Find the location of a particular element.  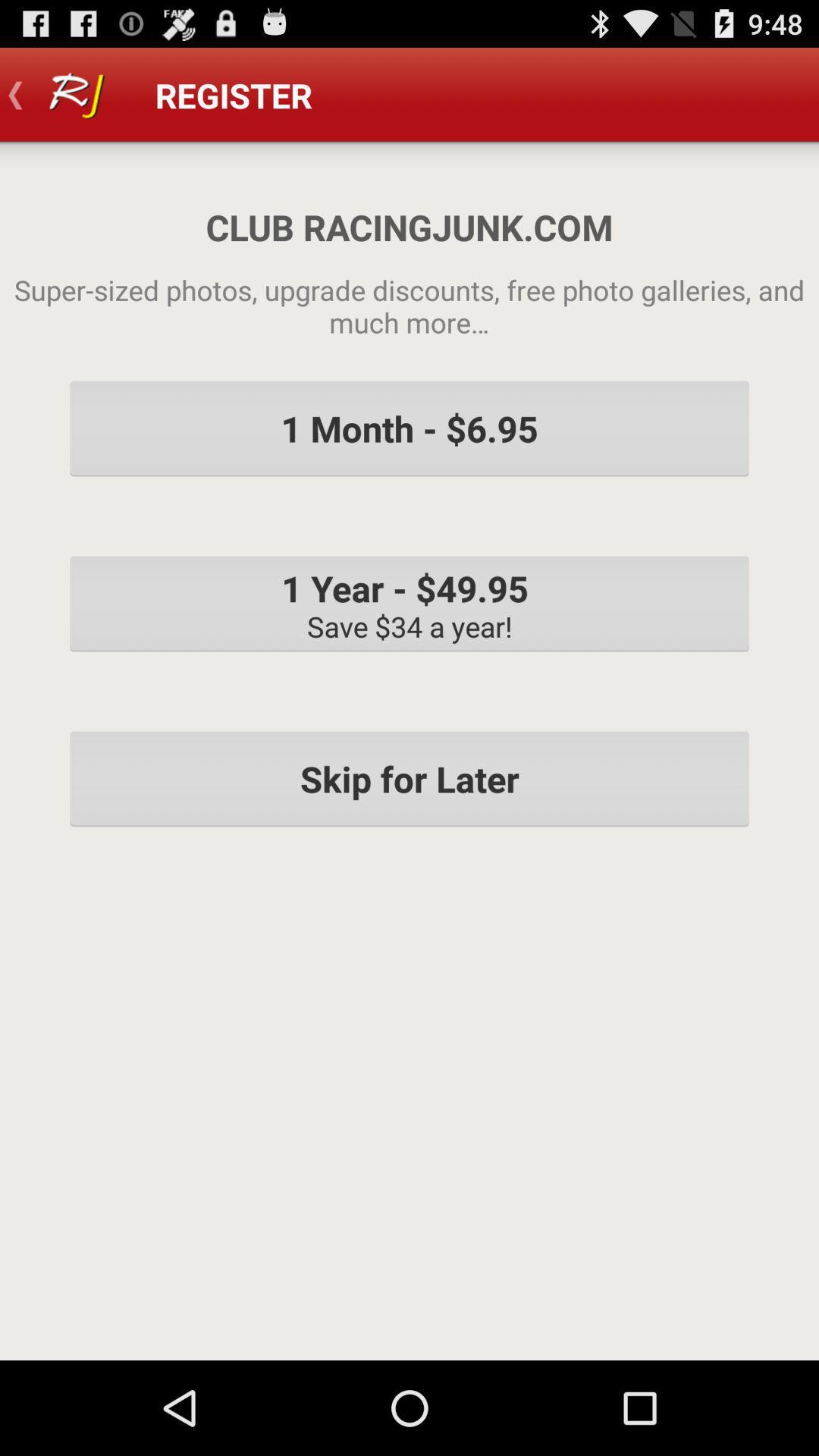

the icon below 1 year 49 button is located at coordinates (409, 779).